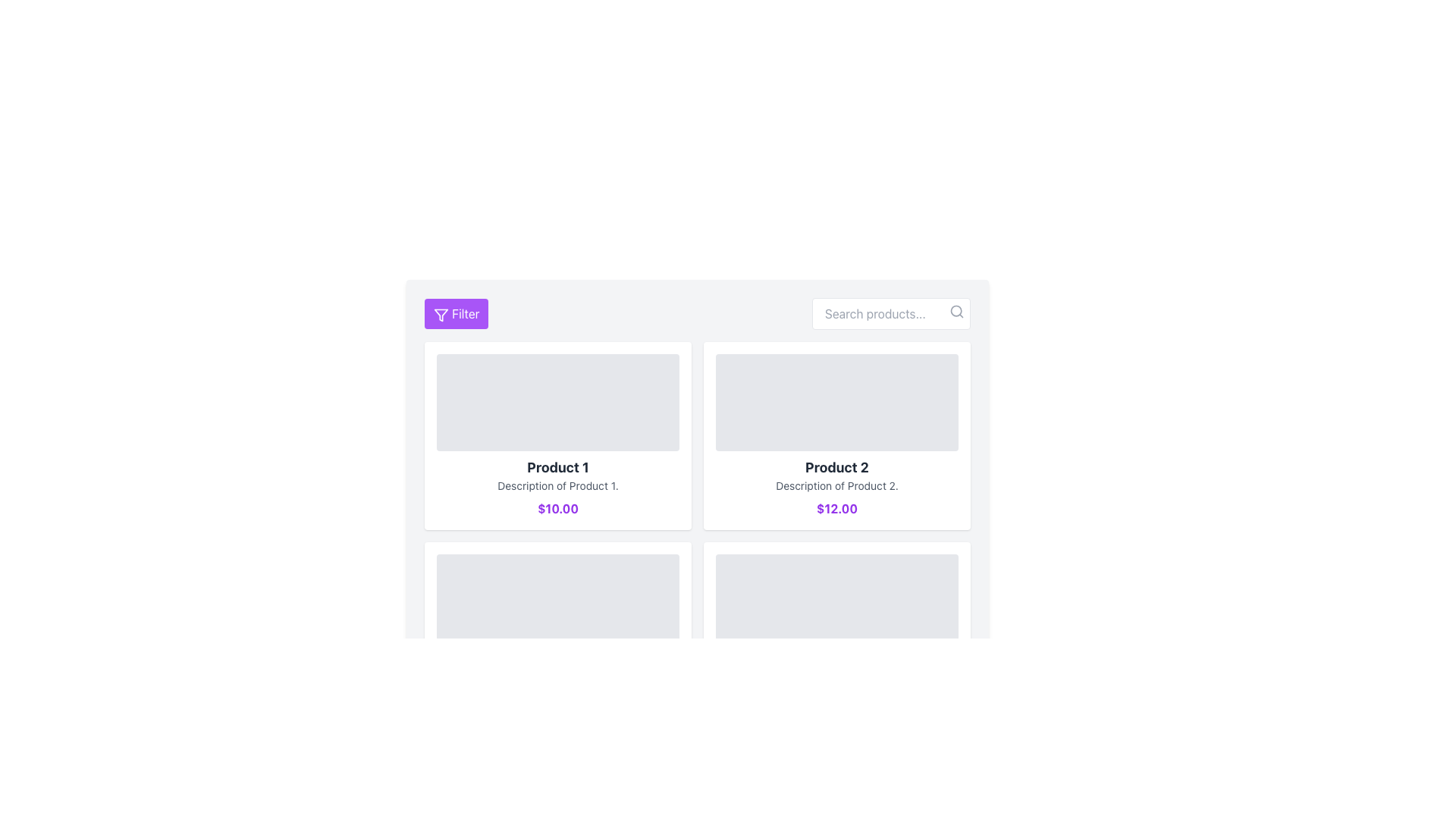 The height and width of the screenshot is (819, 1456). I want to click on the image placeholder located at the top of the product card titled 'Product 1', which serves as a preview area for product images, so click(557, 402).